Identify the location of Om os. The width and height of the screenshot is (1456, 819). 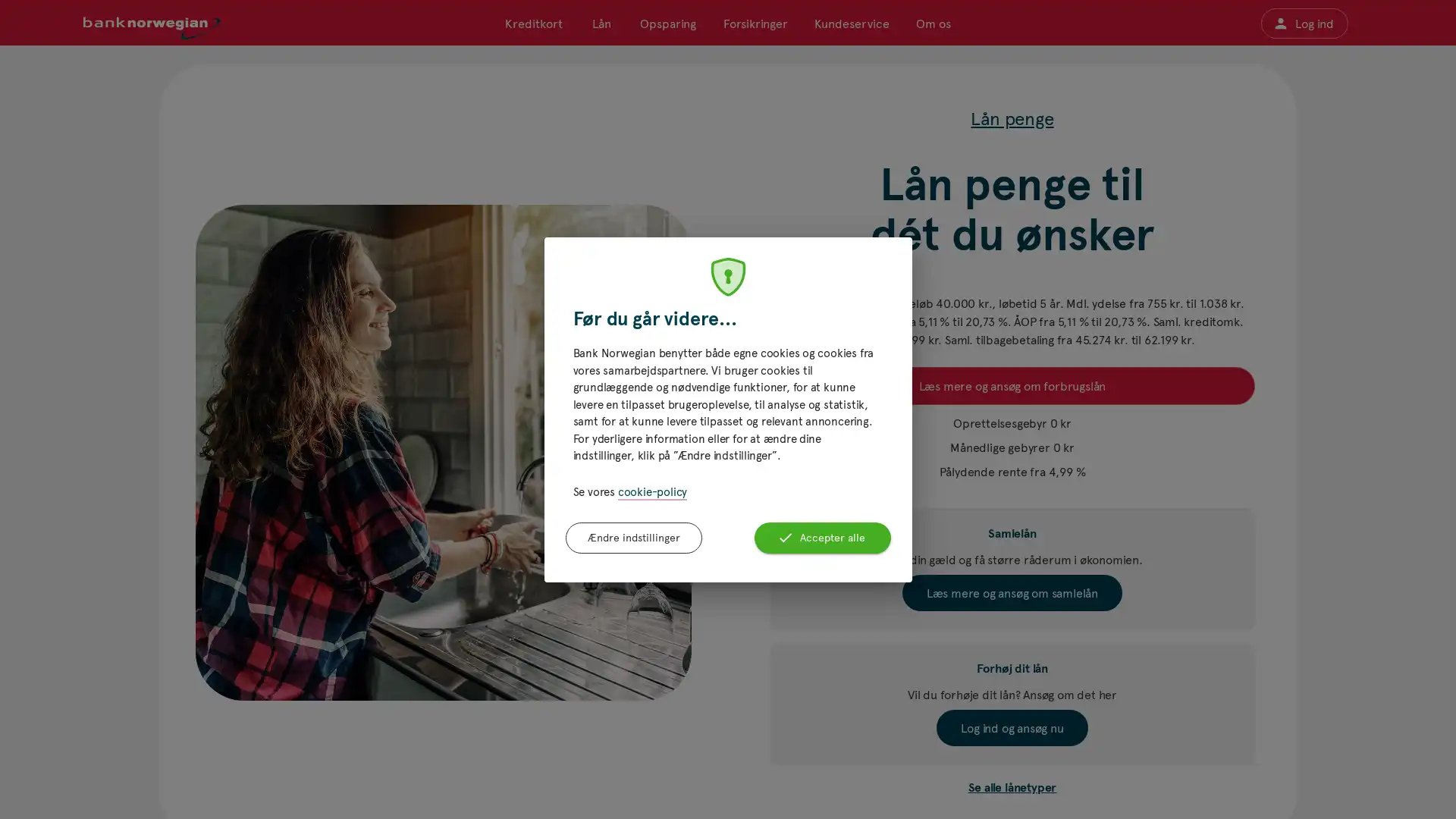
(931, 23).